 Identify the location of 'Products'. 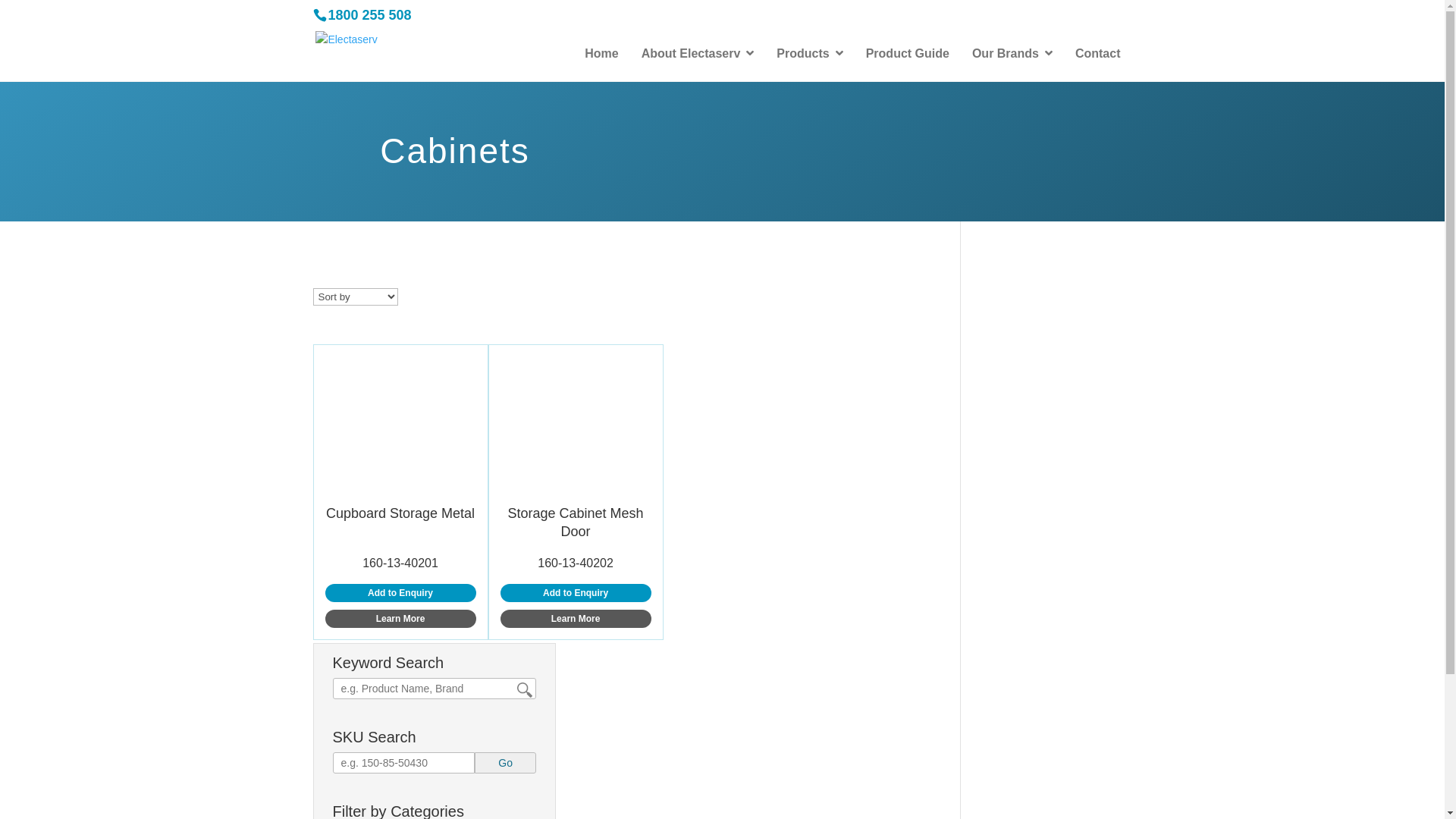
(764, 53).